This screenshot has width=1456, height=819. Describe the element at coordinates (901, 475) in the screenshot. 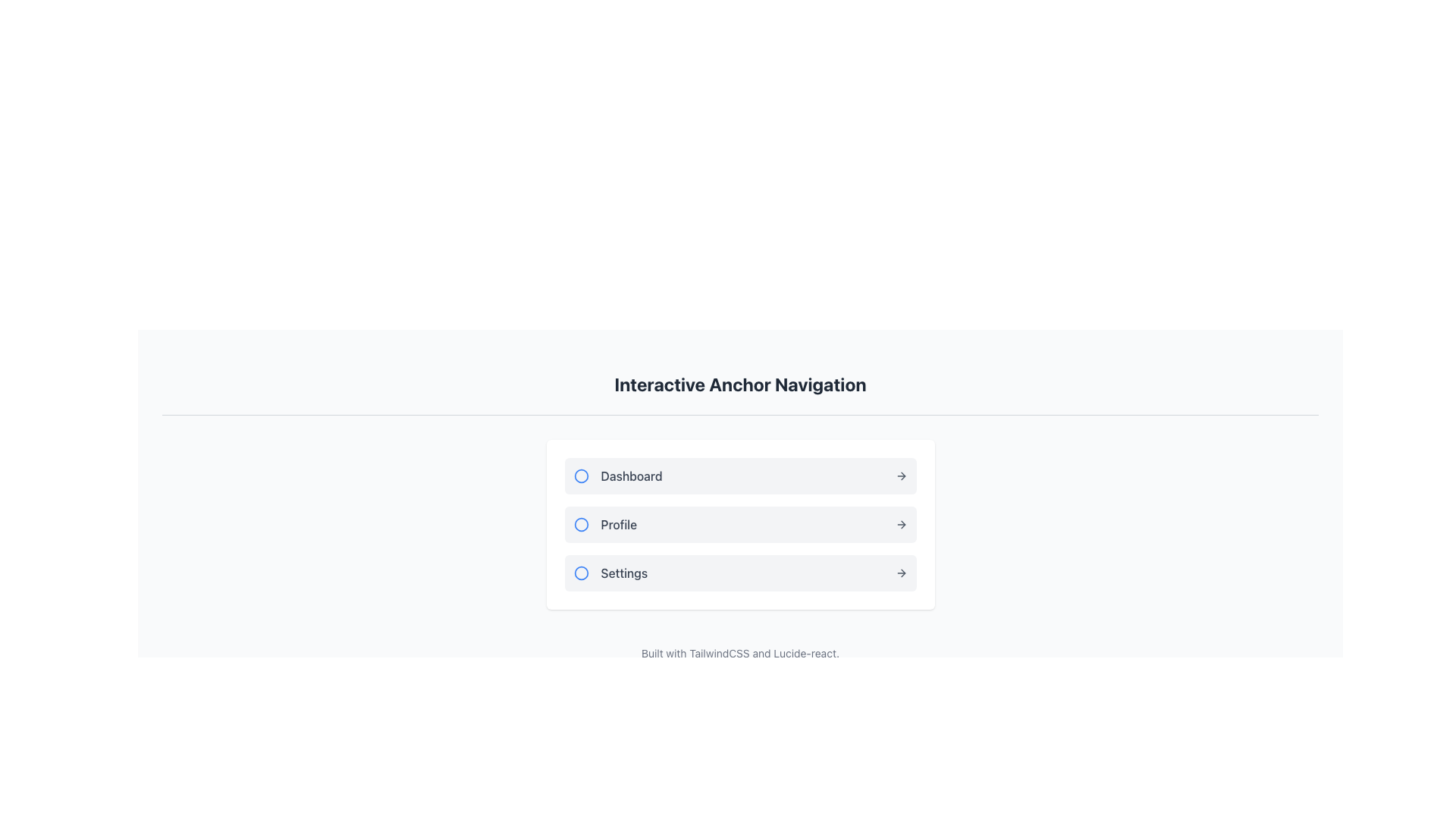

I see `the arrow icon located at the rightmost end of the 'Dashboard' item in the vertical navigation list, which signifies navigation or further interaction` at that location.